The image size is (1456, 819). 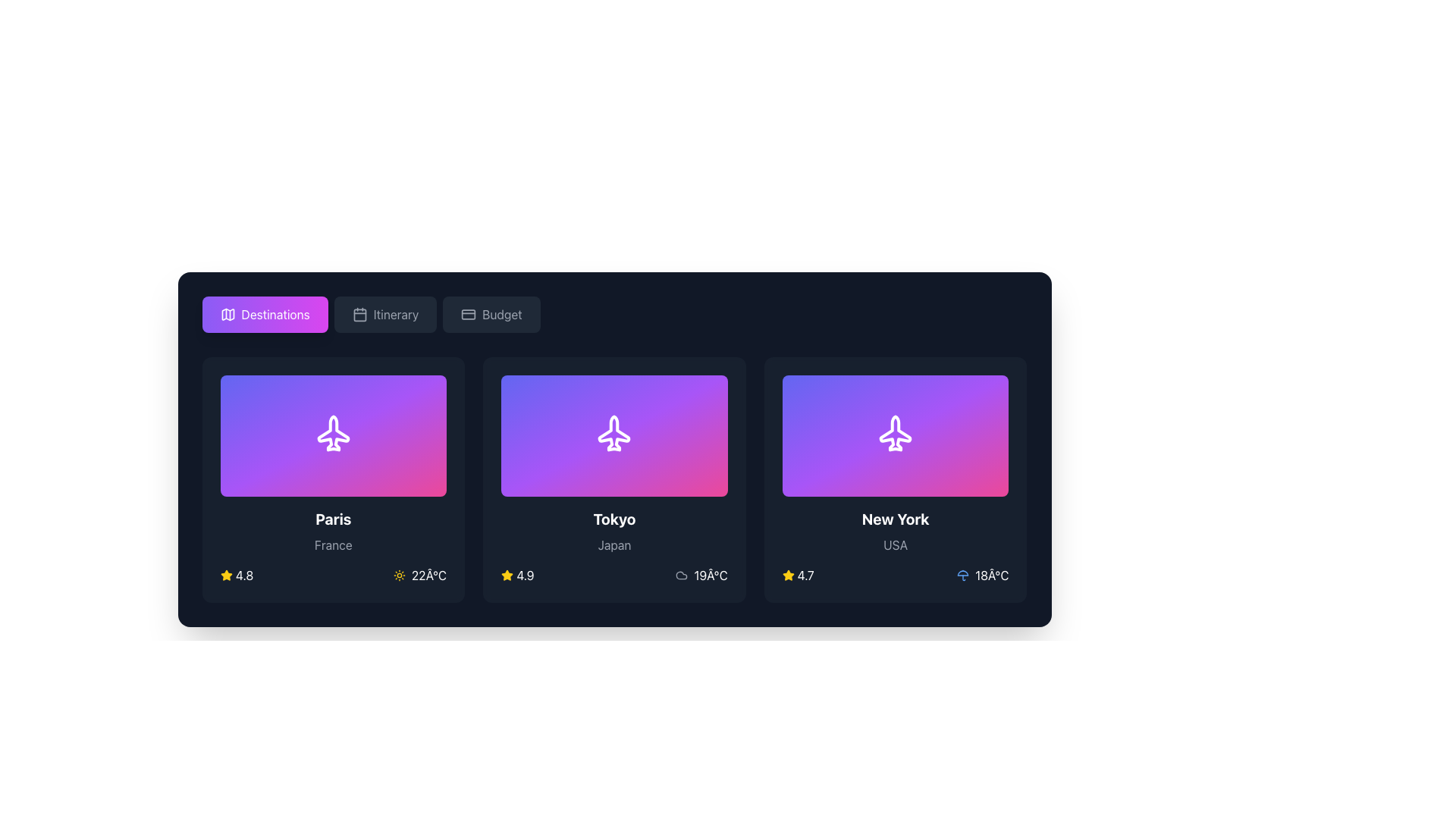 I want to click on the central Destination card presenting information for Tokyo, so click(x=614, y=479).